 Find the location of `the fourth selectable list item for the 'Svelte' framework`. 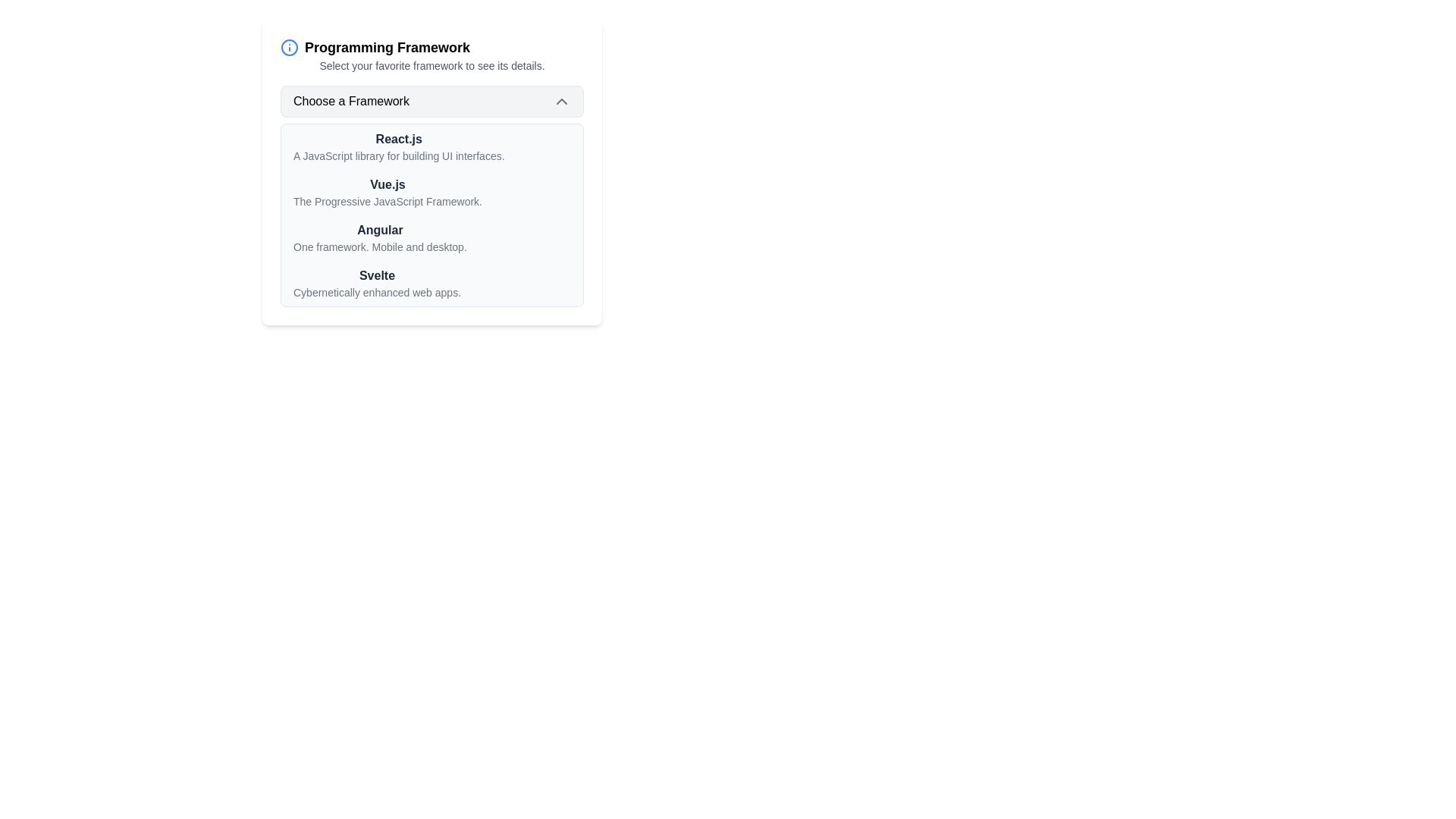

the fourth selectable list item for the 'Svelte' framework is located at coordinates (431, 284).